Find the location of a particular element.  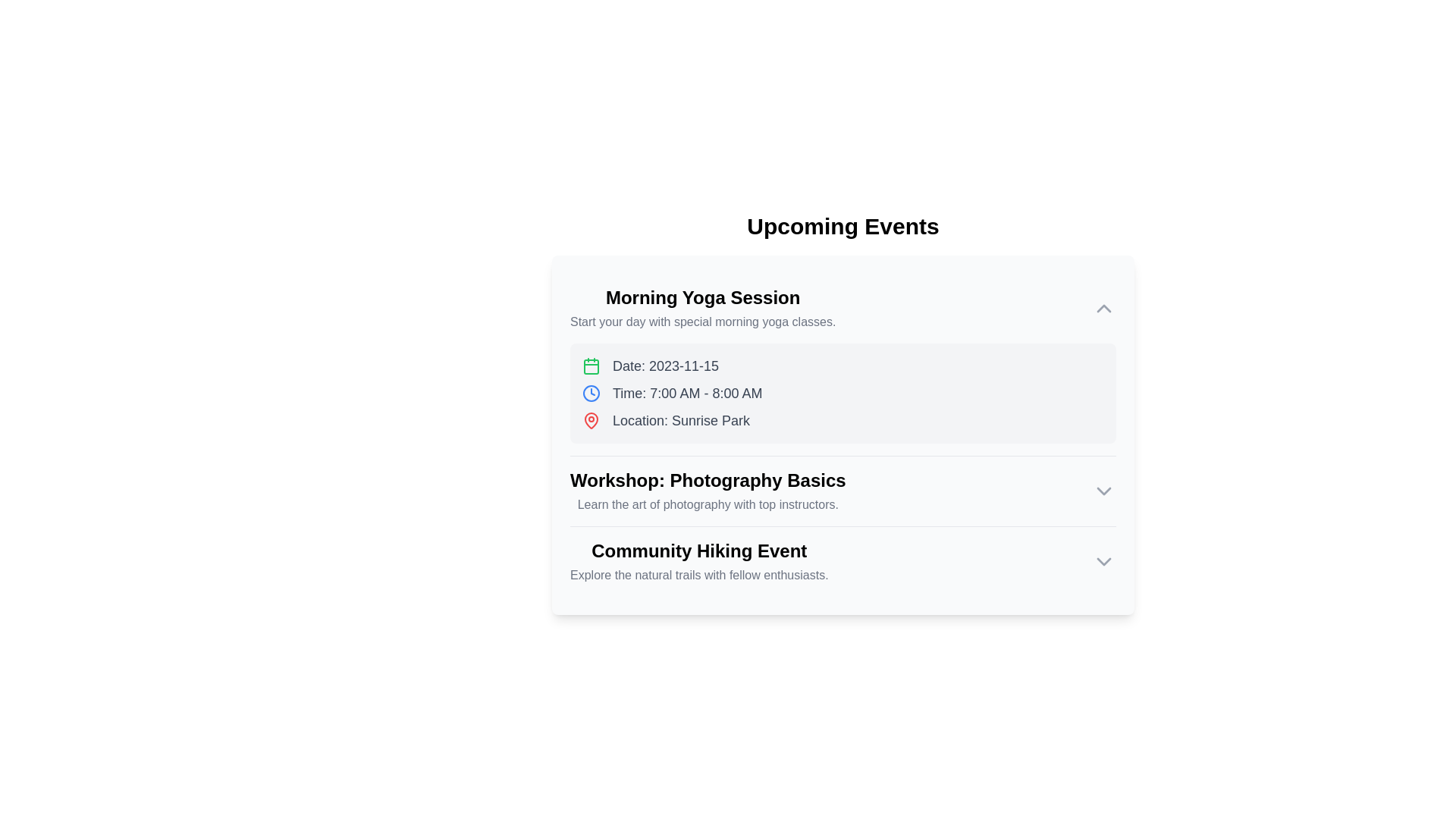

the downward pointing chevron icon located to the right of the 'Workshop: Photography Basics' text is located at coordinates (1103, 491).